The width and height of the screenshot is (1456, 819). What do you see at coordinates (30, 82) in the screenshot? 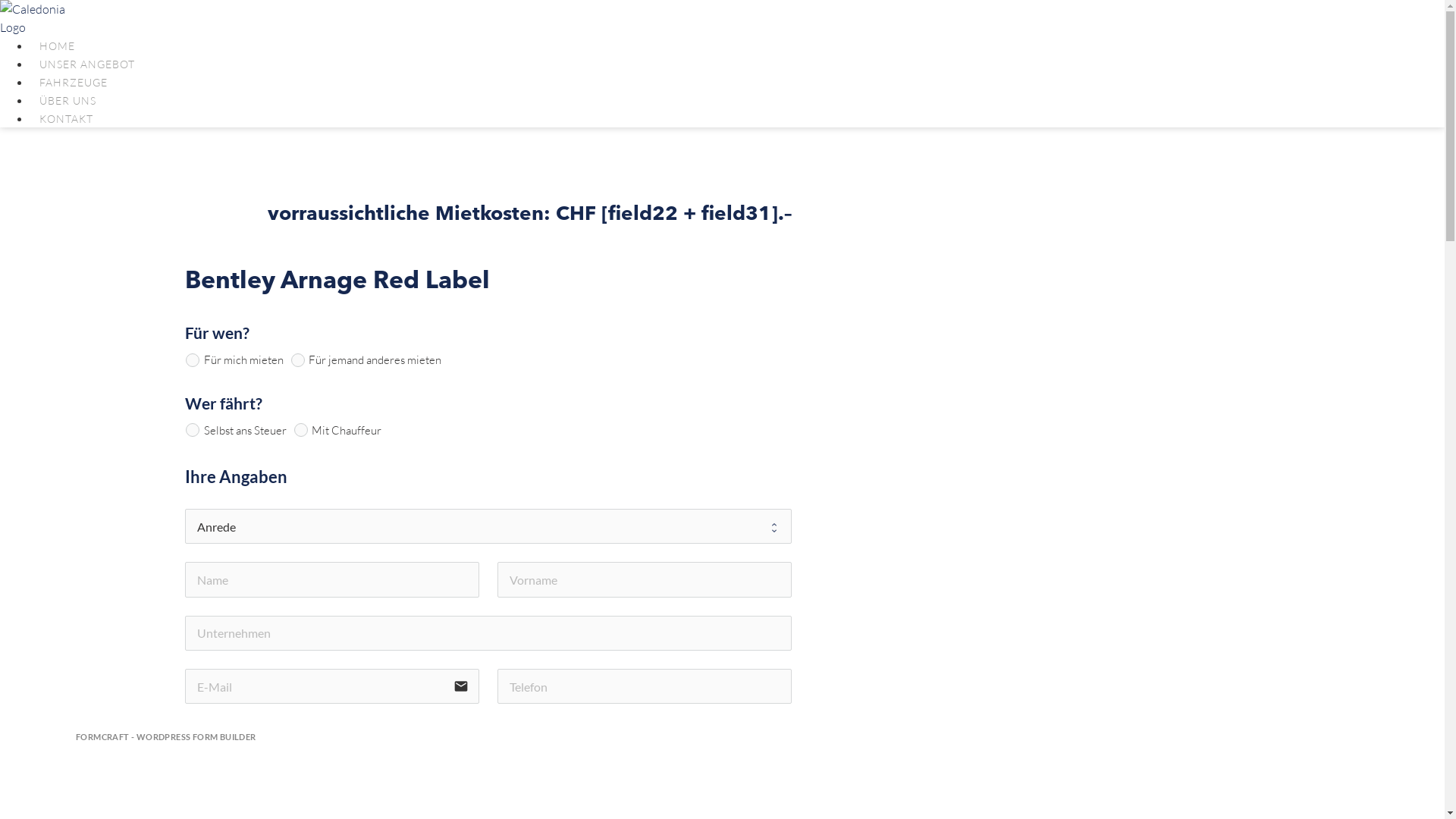
I see `'FAHRZEUGE'` at bounding box center [30, 82].